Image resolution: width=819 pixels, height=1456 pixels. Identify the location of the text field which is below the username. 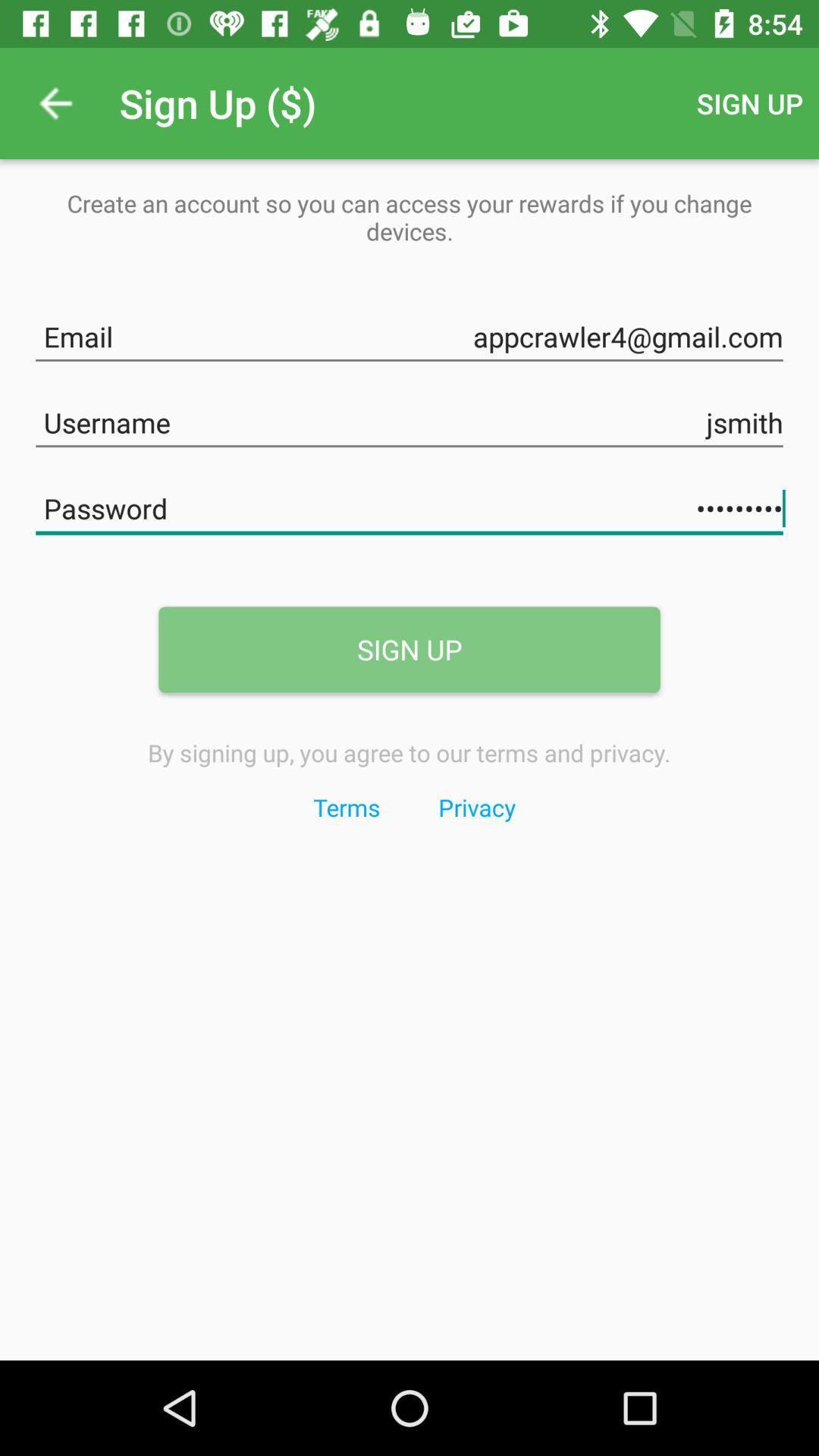
(409, 506).